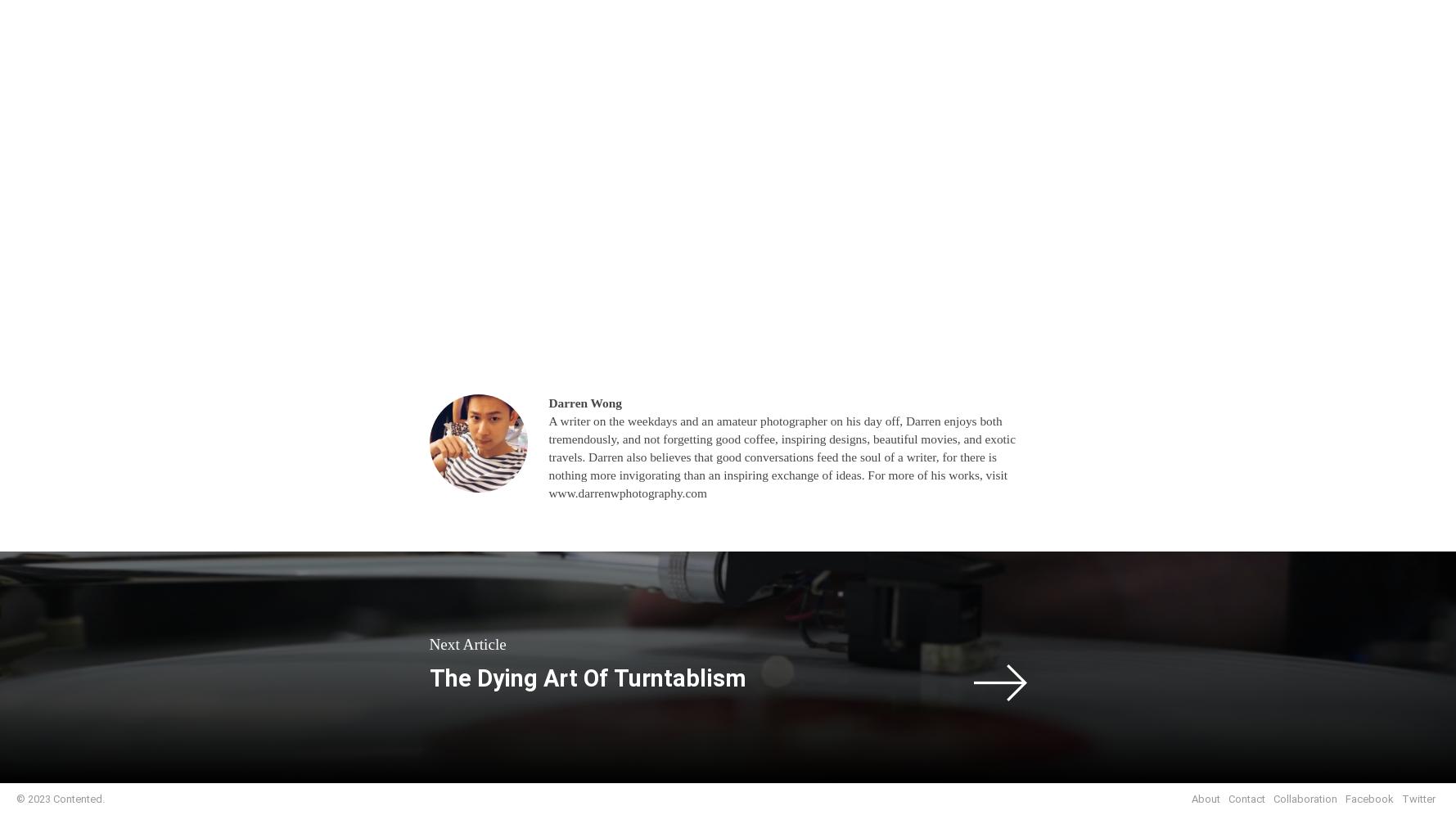  What do you see at coordinates (1345, 798) in the screenshot?
I see `'Facebook'` at bounding box center [1345, 798].